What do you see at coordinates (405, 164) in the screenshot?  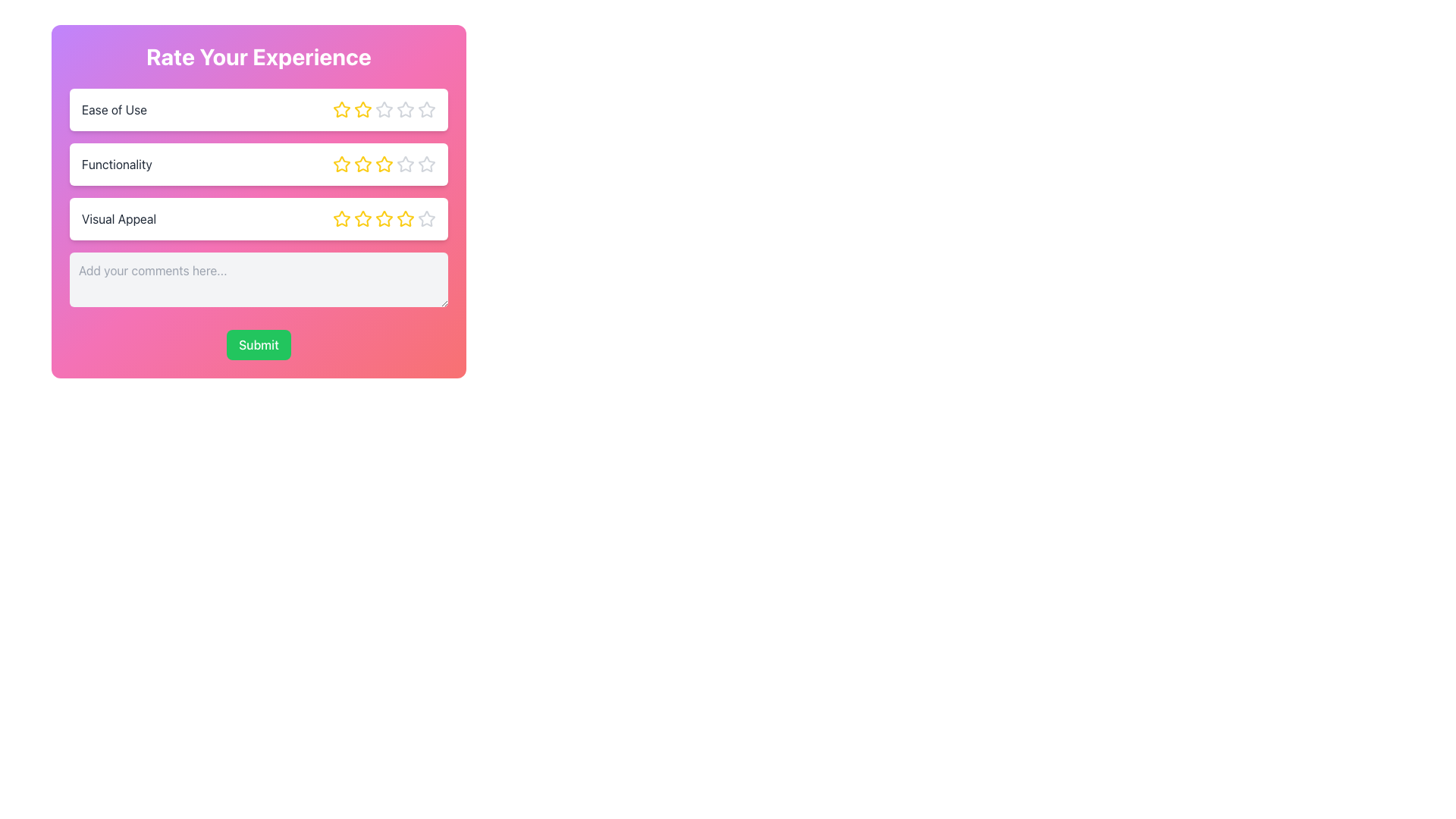 I see `the fourth hollow star icon in the 'Functionality' rating bar` at bounding box center [405, 164].